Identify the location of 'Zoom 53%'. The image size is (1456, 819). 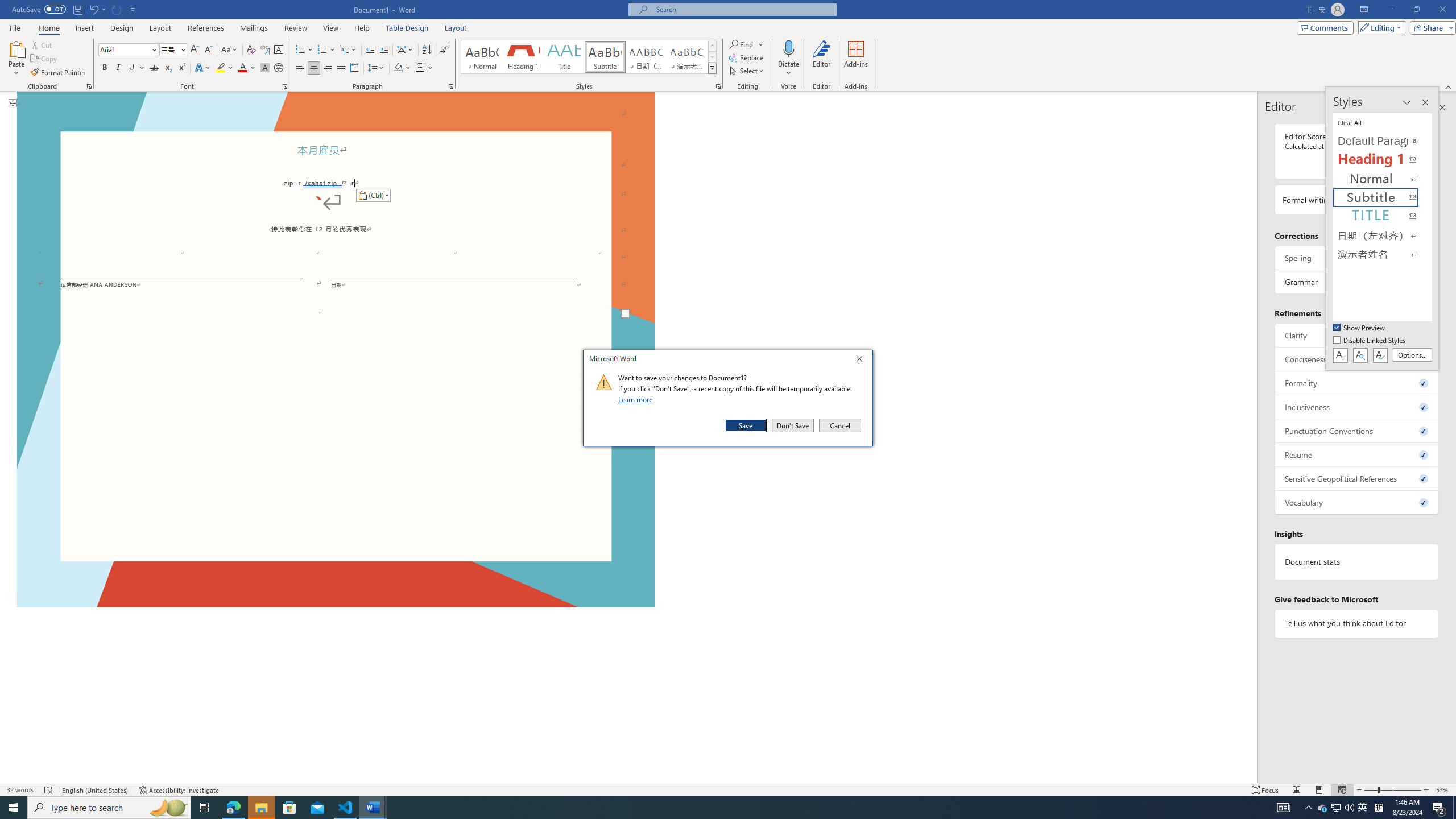
(1443, 790).